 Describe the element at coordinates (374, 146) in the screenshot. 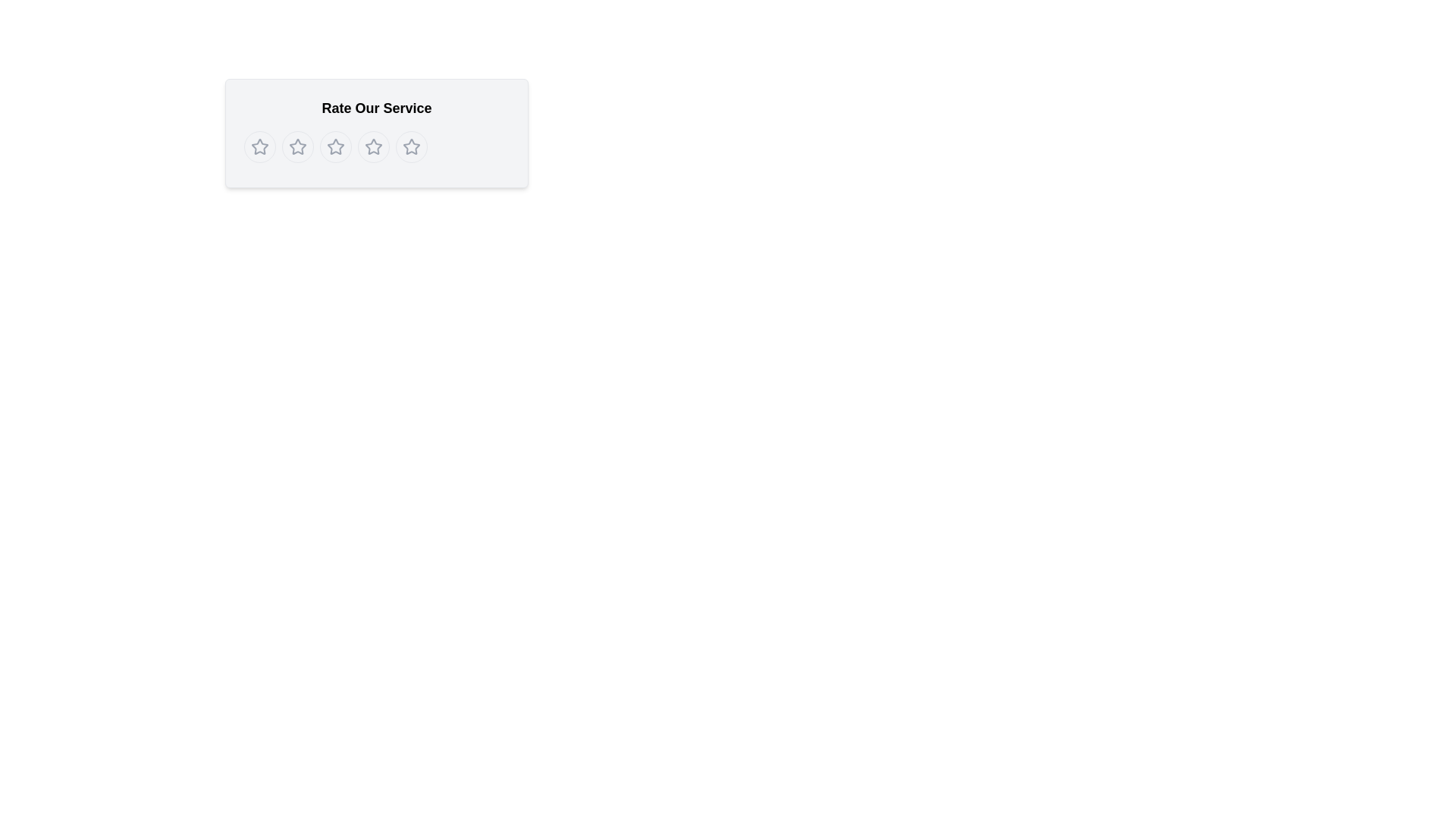

I see `the fourth star icon in the five-star rating system under the heading 'Rate Our Service.'` at that location.